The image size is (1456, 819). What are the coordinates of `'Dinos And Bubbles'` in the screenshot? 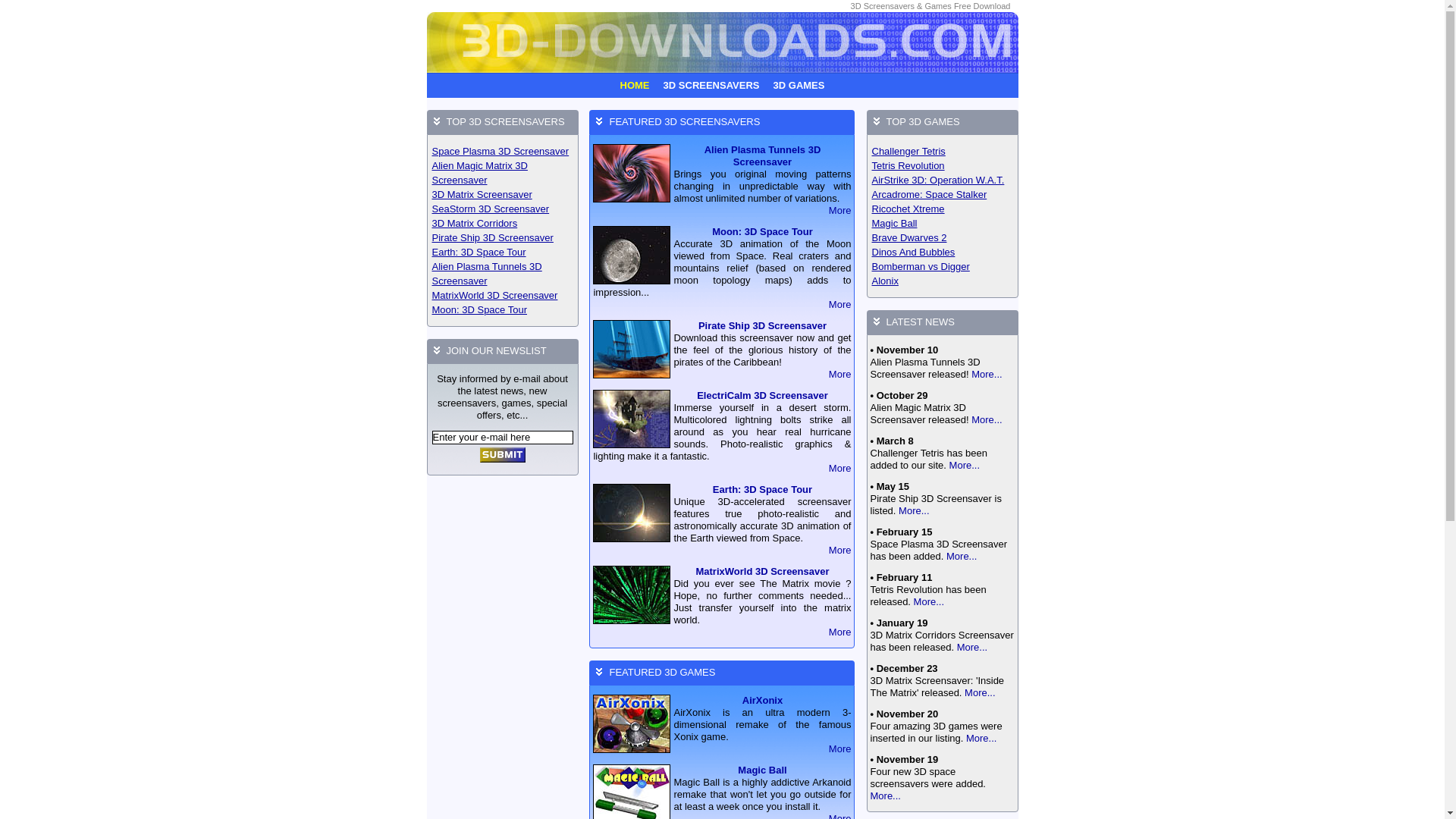 It's located at (942, 251).